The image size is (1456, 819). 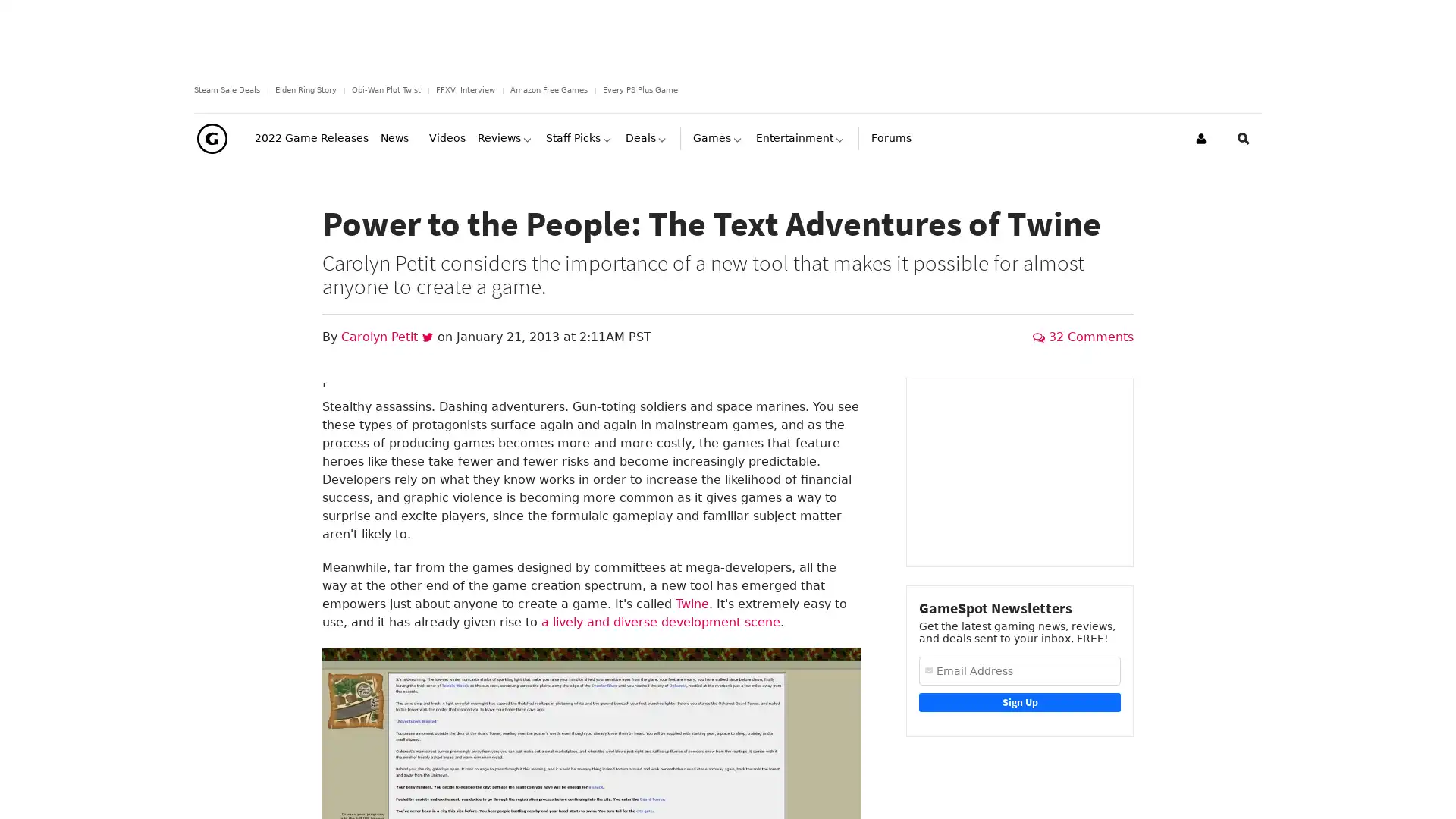 I want to click on Sign Up, so click(x=1019, y=729).